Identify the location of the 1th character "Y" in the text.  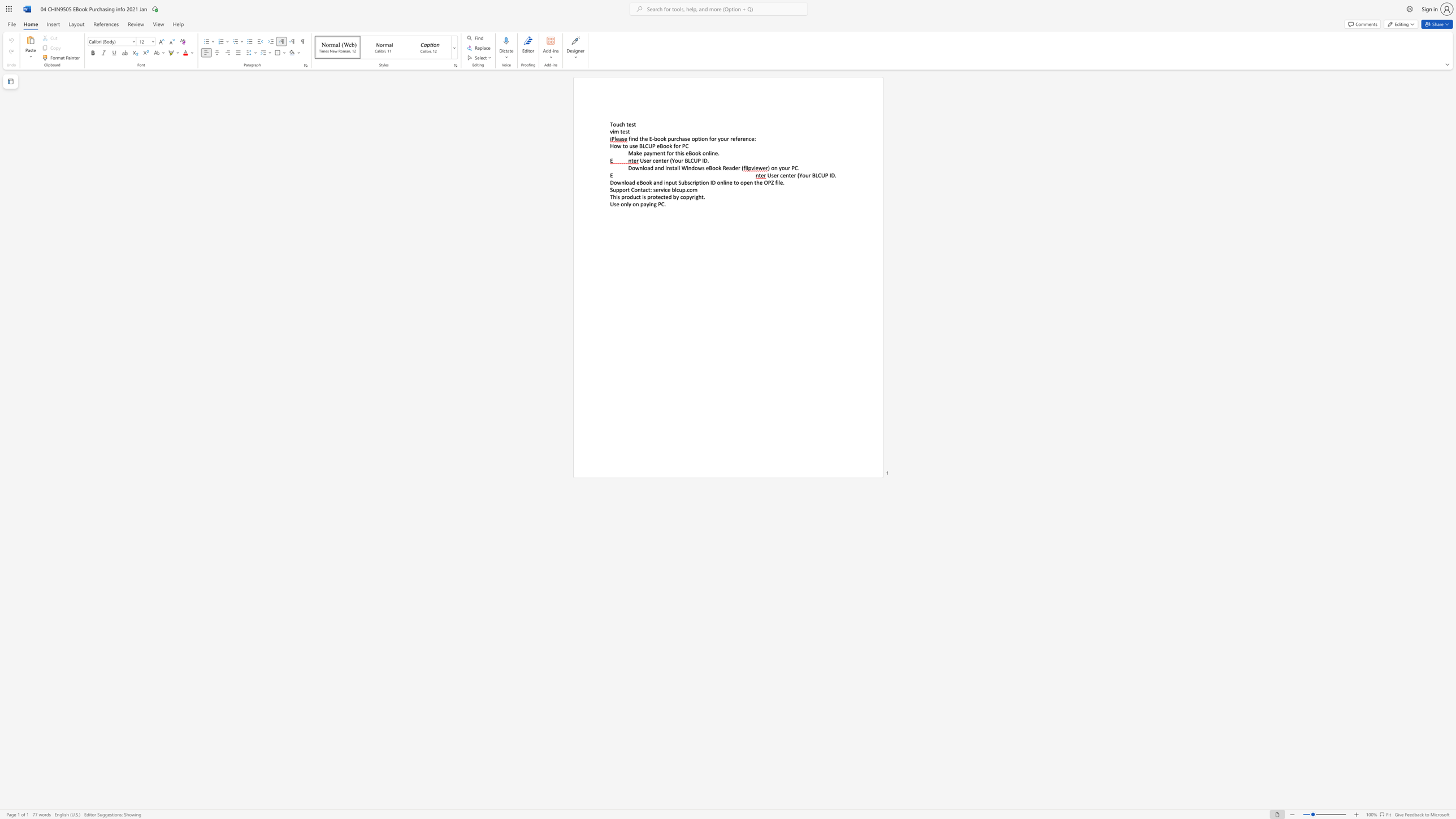
(800, 175).